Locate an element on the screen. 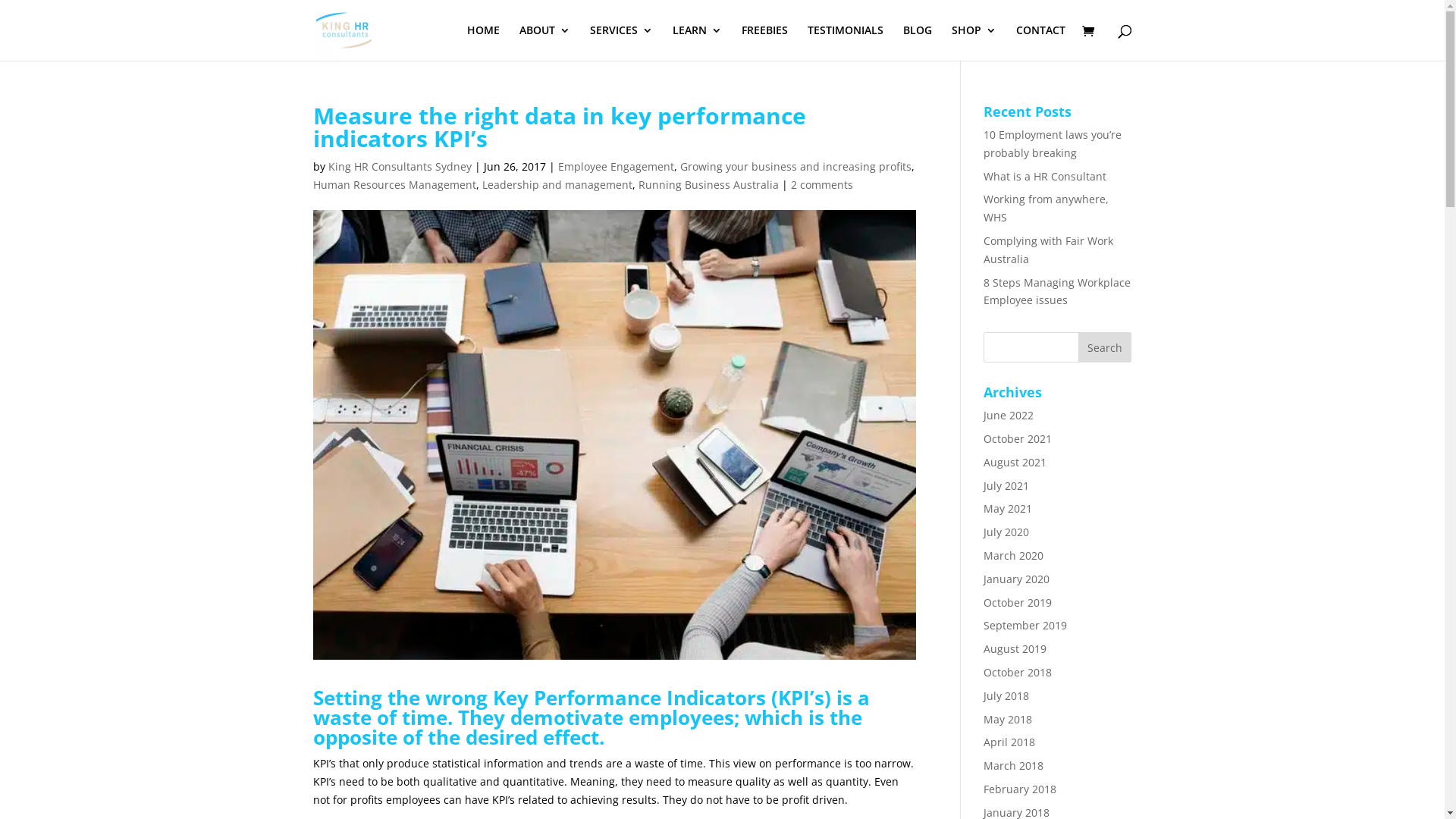 The height and width of the screenshot is (819, 1456). 'SHOP' is located at coordinates (973, 42).